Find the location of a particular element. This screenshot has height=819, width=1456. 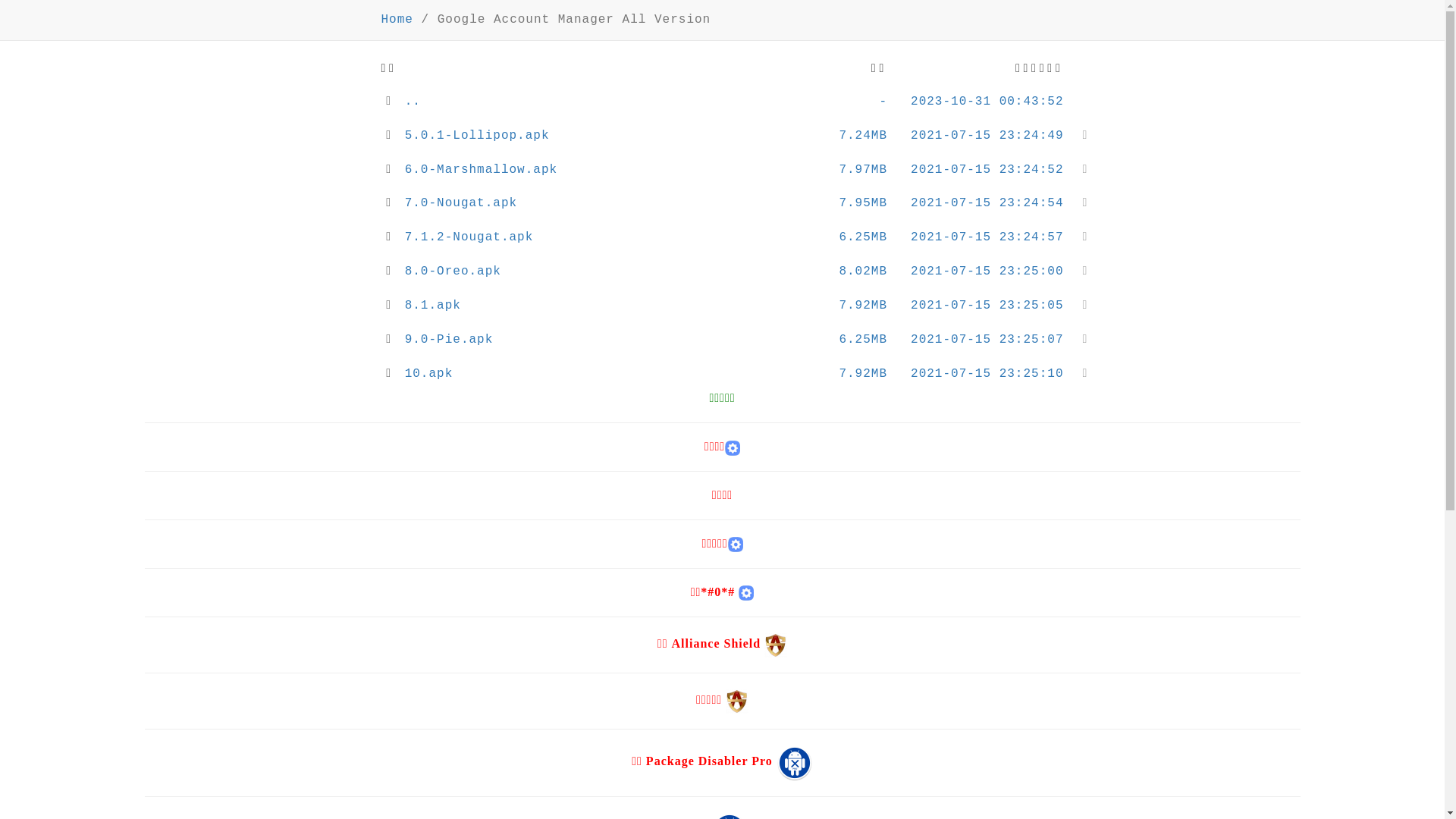

'6.0-Marshmallow.apk is located at coordinates (722, 170).